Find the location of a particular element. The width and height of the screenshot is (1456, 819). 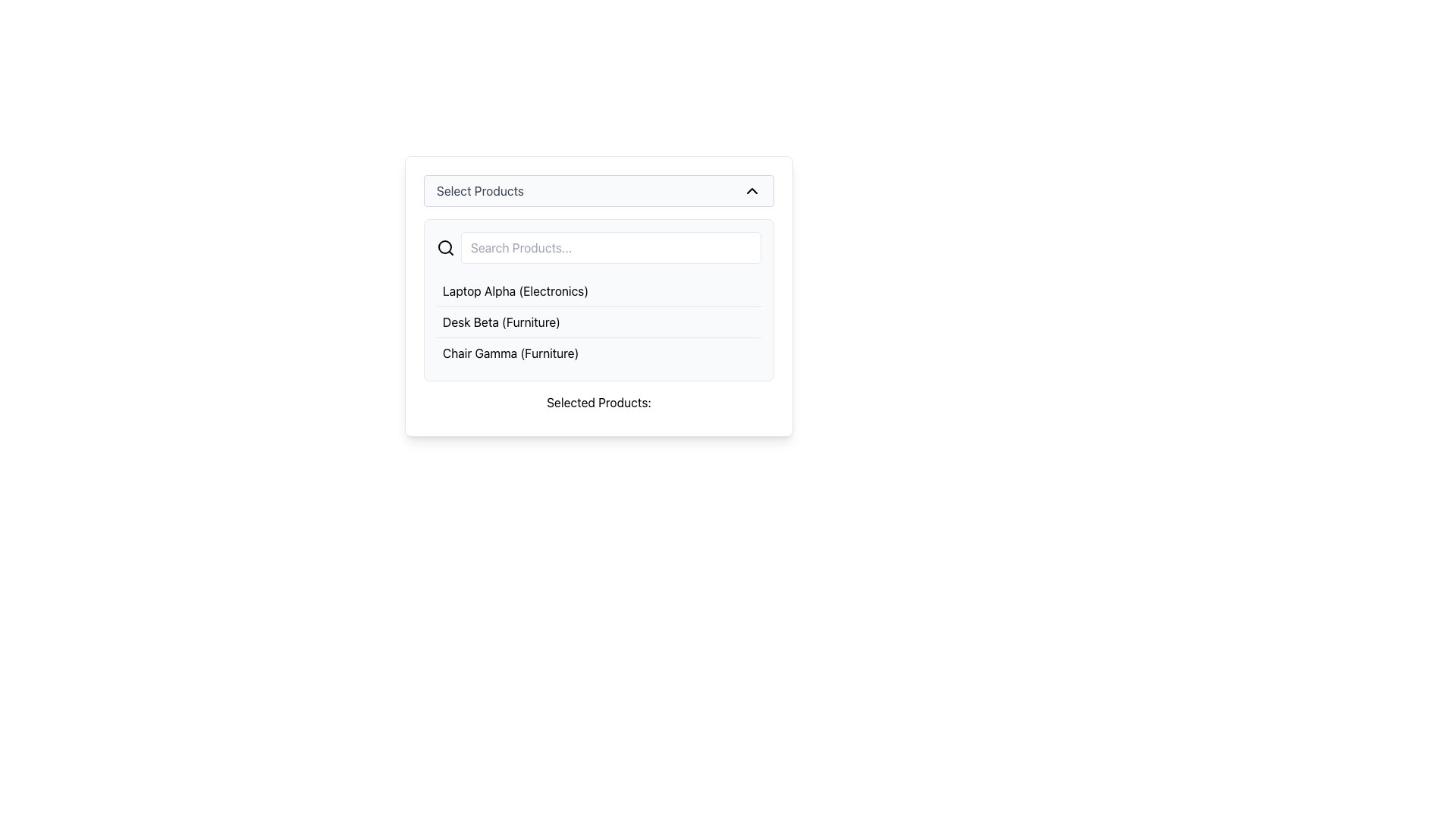

the selectable list item for 'Laptop Alpha' in the dropdown menu is located at coordinates (598, 291).